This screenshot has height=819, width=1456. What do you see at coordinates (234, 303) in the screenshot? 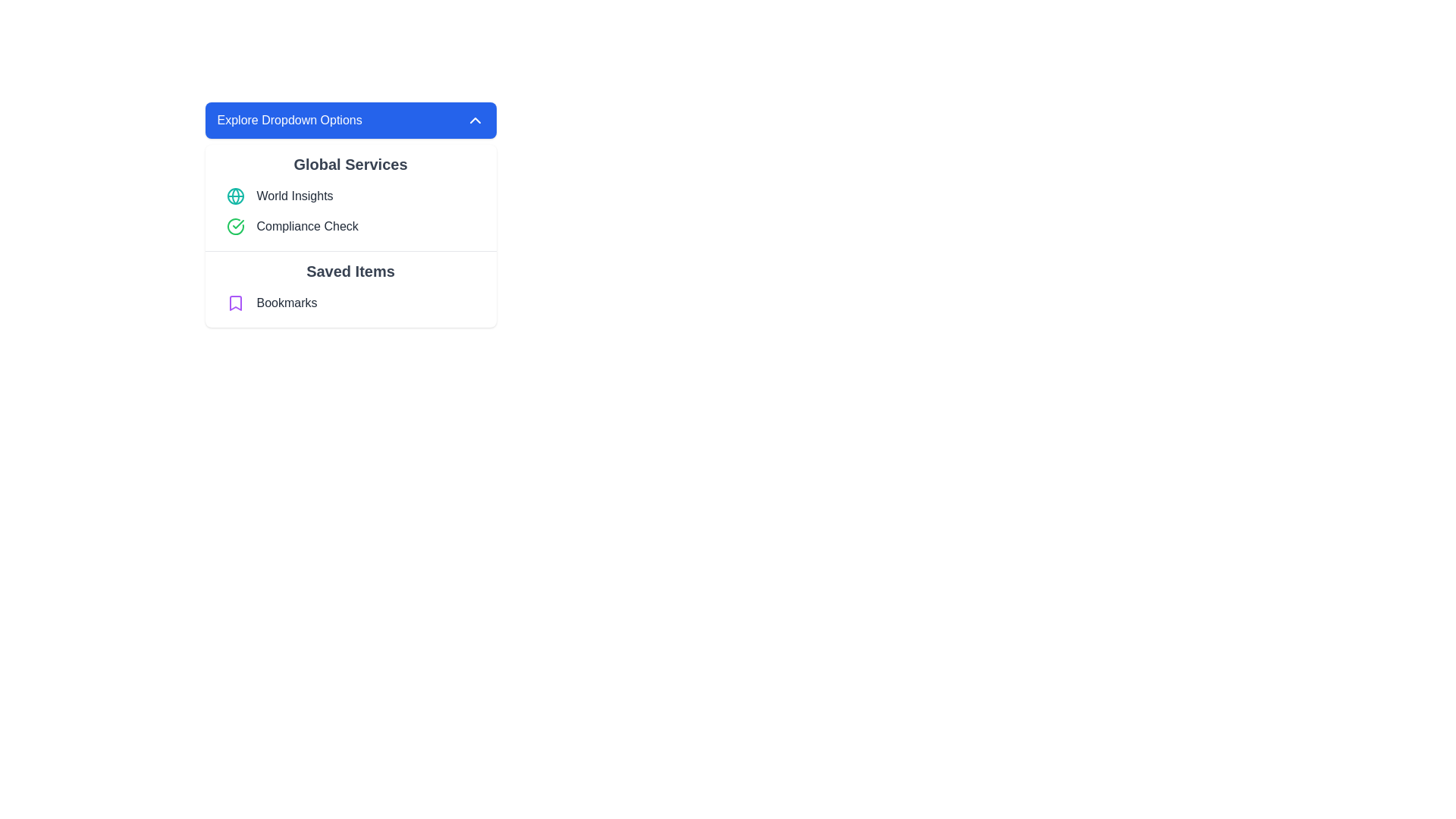
I see `the bookmark icon with purple outlines located to the left of the text 'Bookmarks' in the 'Saved Items' dropdown menu` at bounding box center [234, 303].